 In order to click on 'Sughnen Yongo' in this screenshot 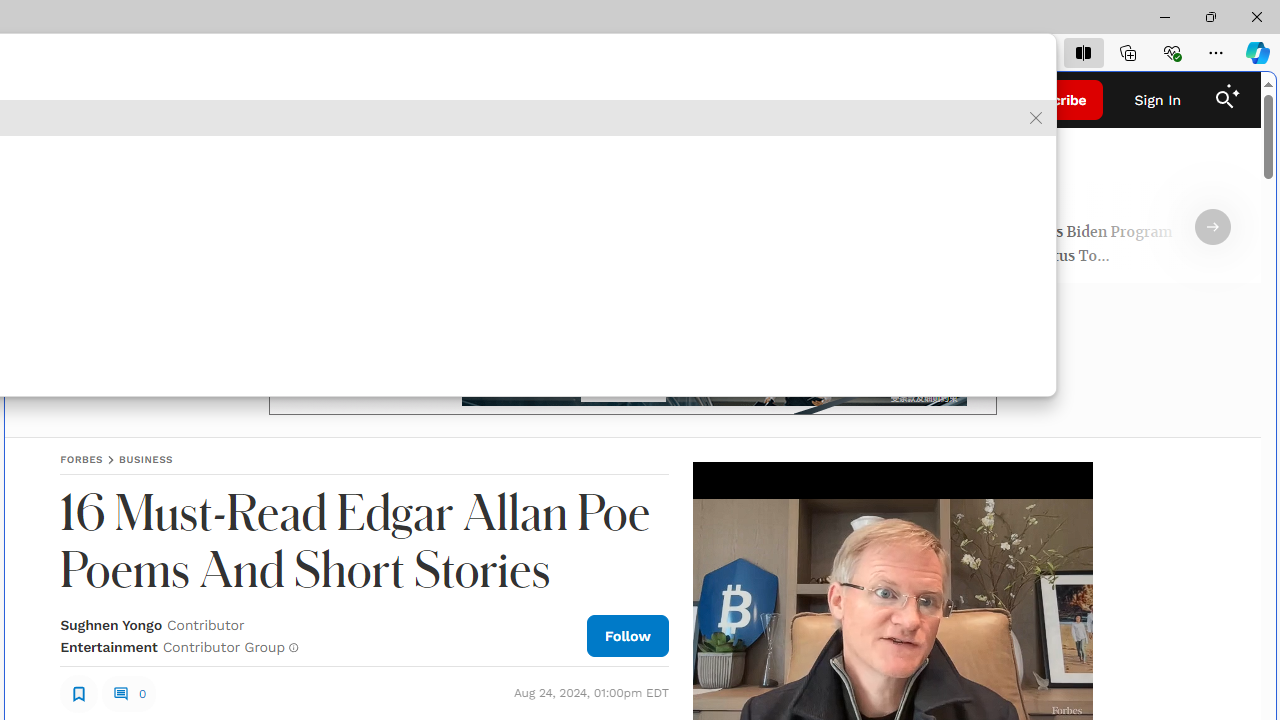, I will do `click(110, 623)`.